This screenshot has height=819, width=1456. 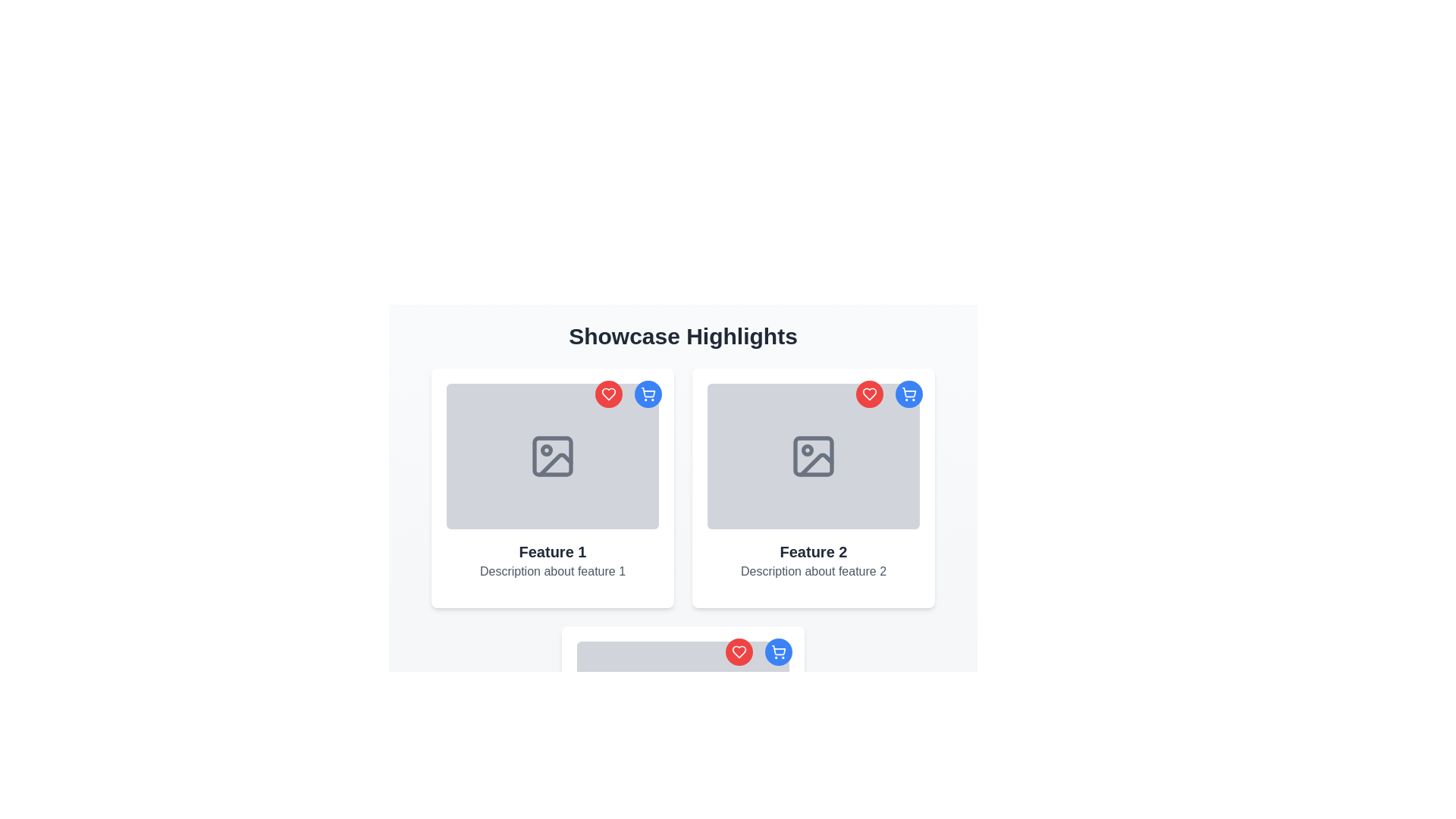 What do you see at coordinates (739, 651) in the screenshot?
I see `the heart icon located in the top-left corner of the second card in the second row of the cards grid layout to mark it as favorite` at bounding box center [739, 651].